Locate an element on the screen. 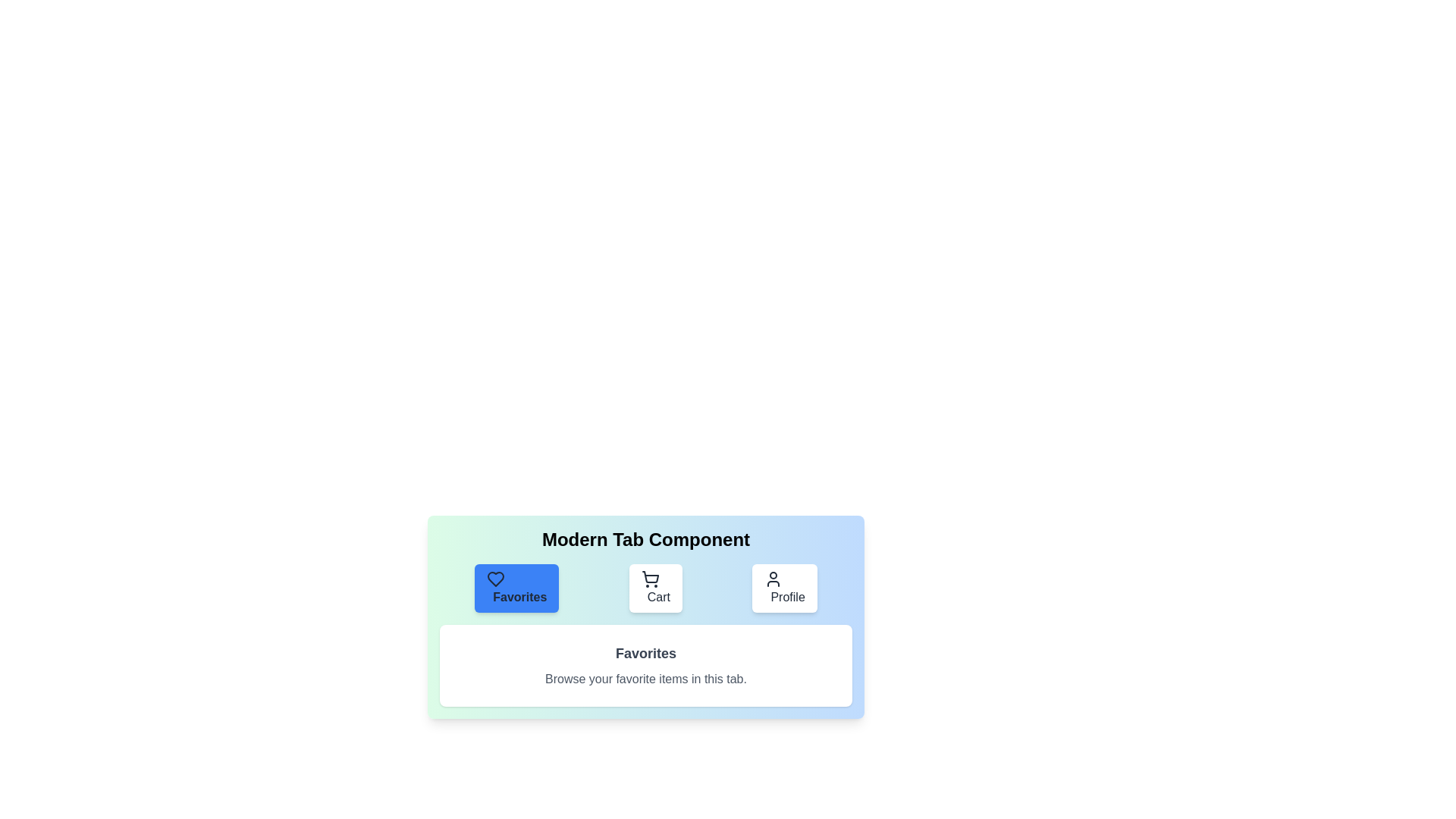 This screenshot has width=1456, height=819. the Cart tab by clicking its button is located at coordinates (655, 587).